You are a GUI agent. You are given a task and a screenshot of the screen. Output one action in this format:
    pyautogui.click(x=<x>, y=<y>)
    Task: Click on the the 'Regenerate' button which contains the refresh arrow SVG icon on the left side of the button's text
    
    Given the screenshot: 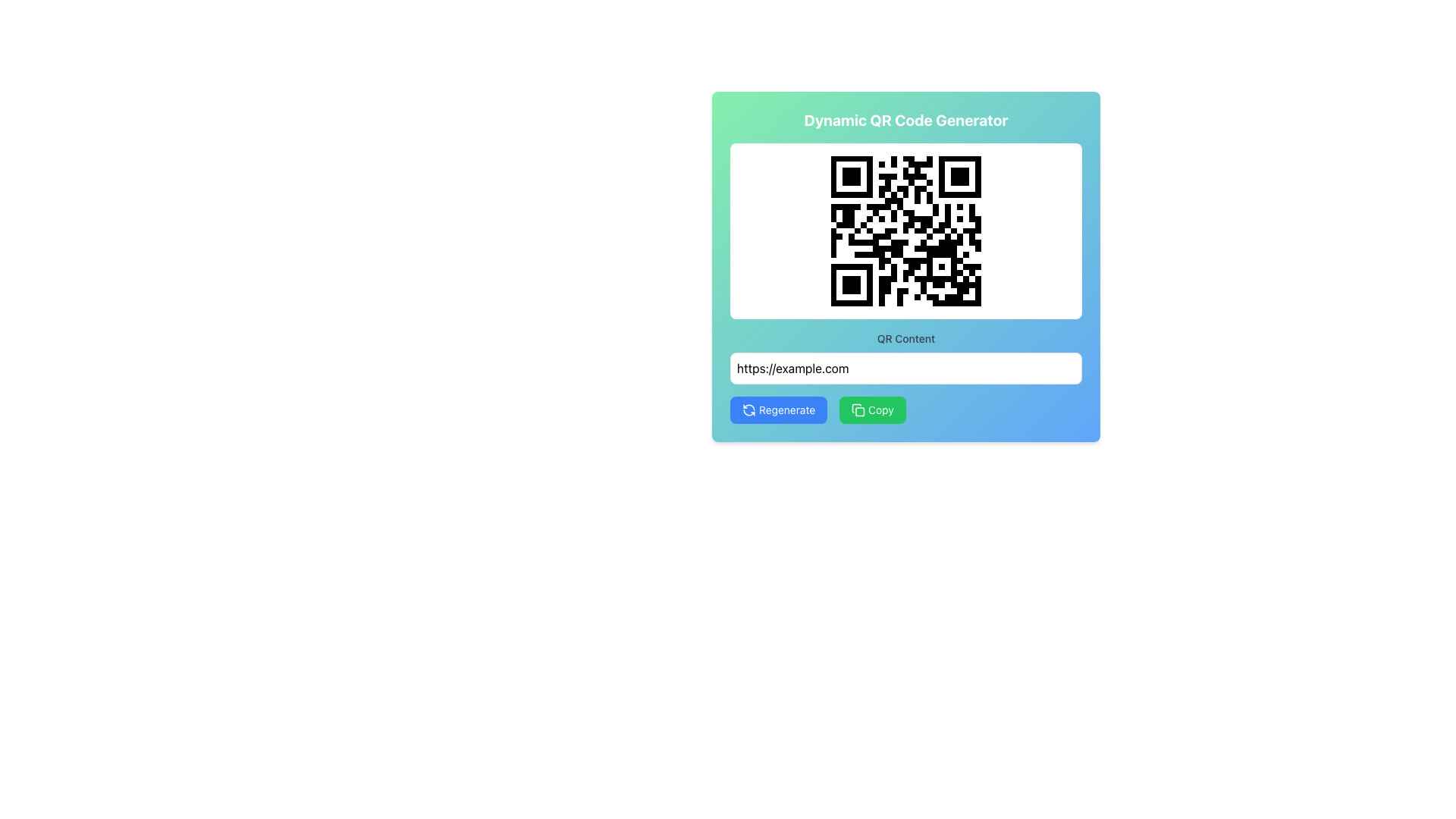 What is the action you would take?
    pyautogui.click(x=749, y=409)
    